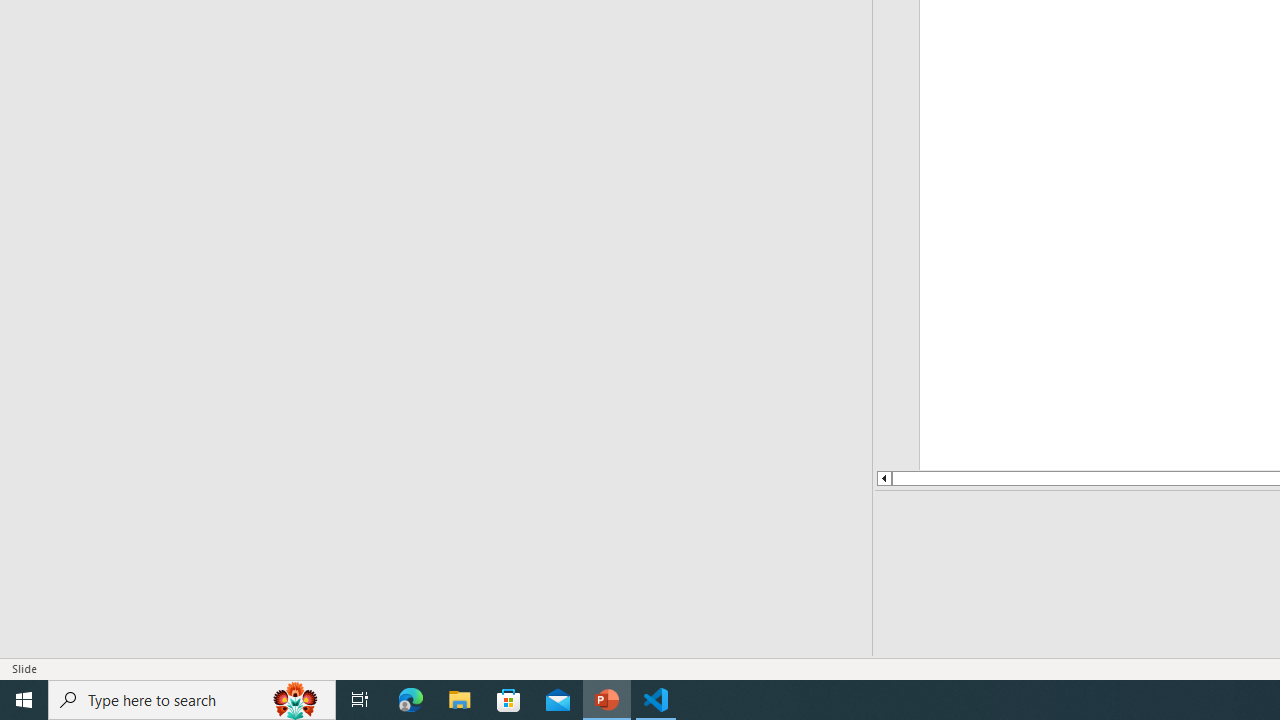 This screenshot has width=1280, height=720. I want to click on 'PowerPoint - 1 running window', so click(606, 698).